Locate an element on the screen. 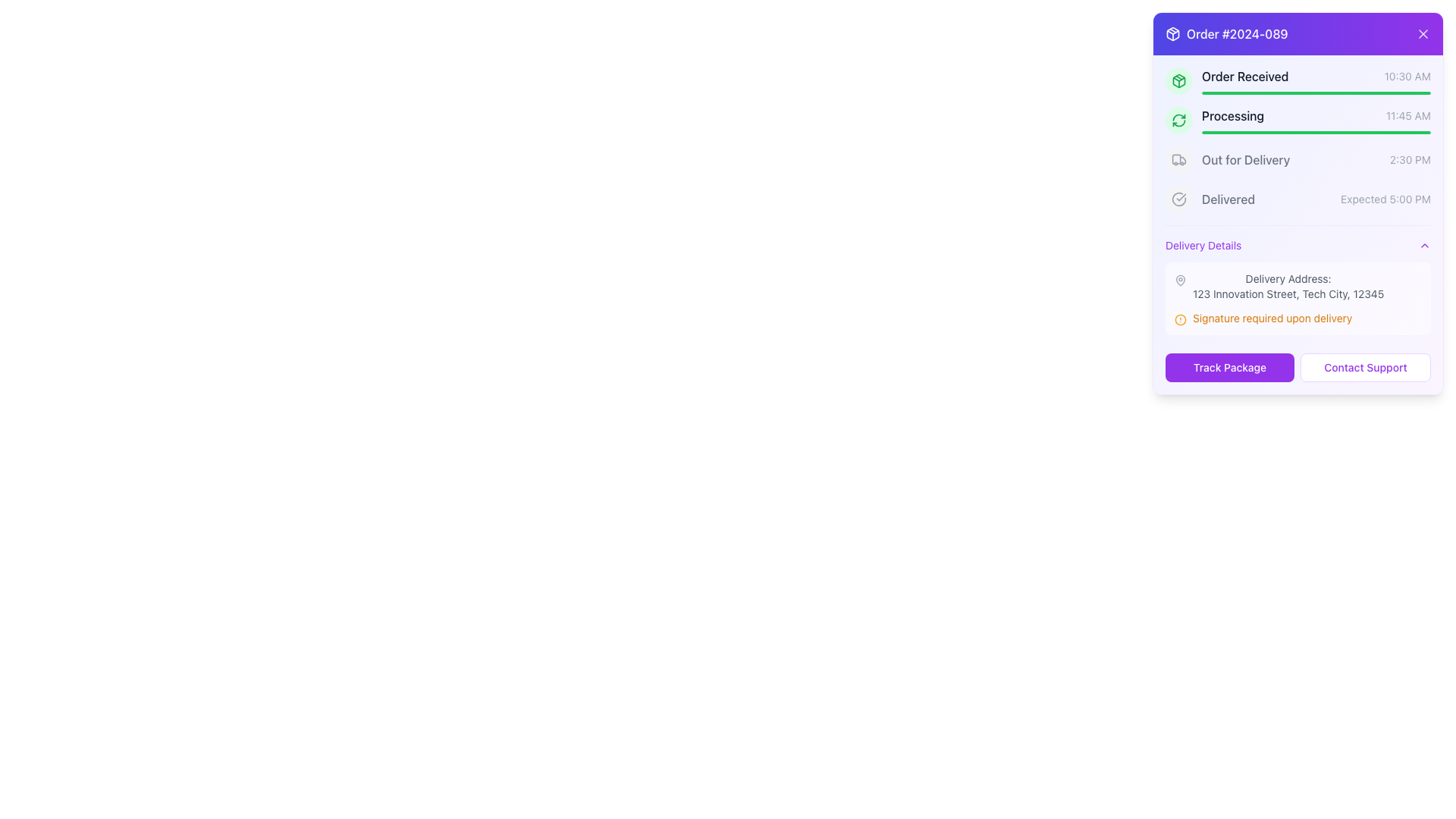 This screenshot has width=1456, height=819. the bottom-right segment of the circular arrow icon, which is a curved section of the refresh/reload symbol is located at coordinates (1178, 122).